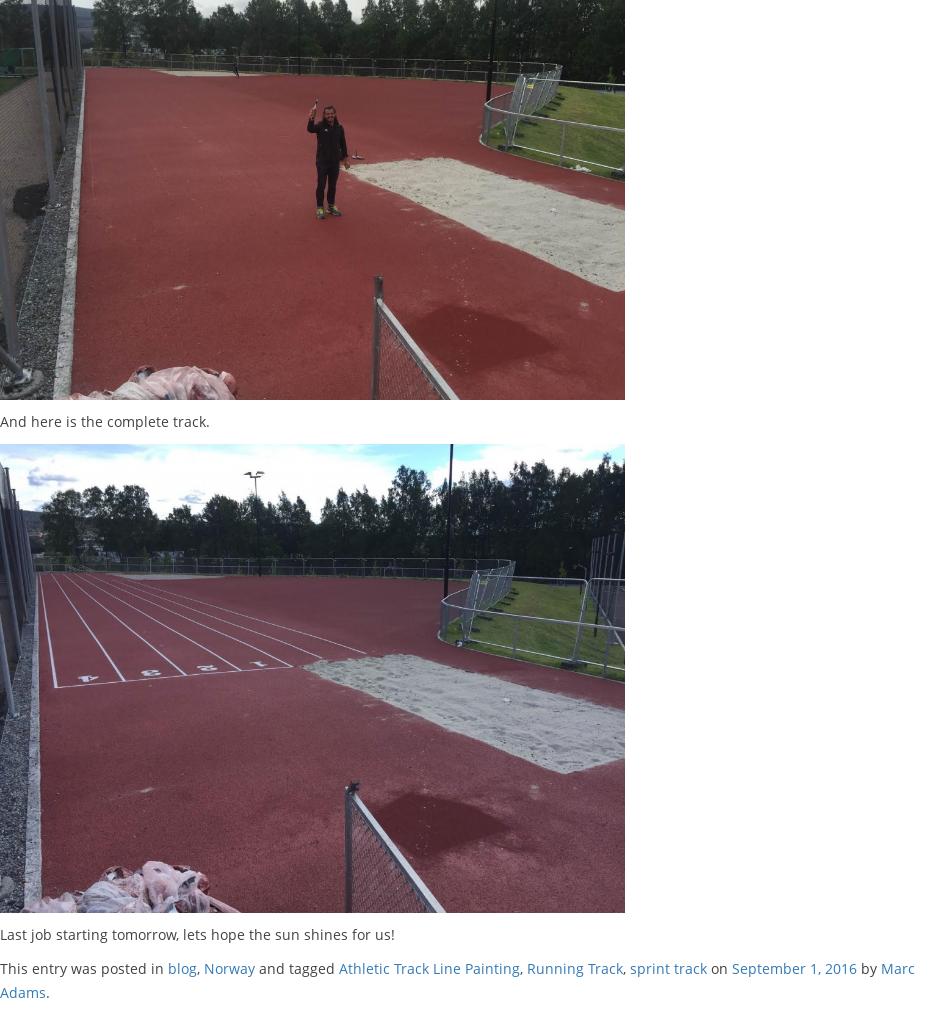 The width and height of the screenshot is (950, 1019). What do you see at coordinates (718, 966) in the screenshot?
I see `'on'` at bounding box center [718, 966].